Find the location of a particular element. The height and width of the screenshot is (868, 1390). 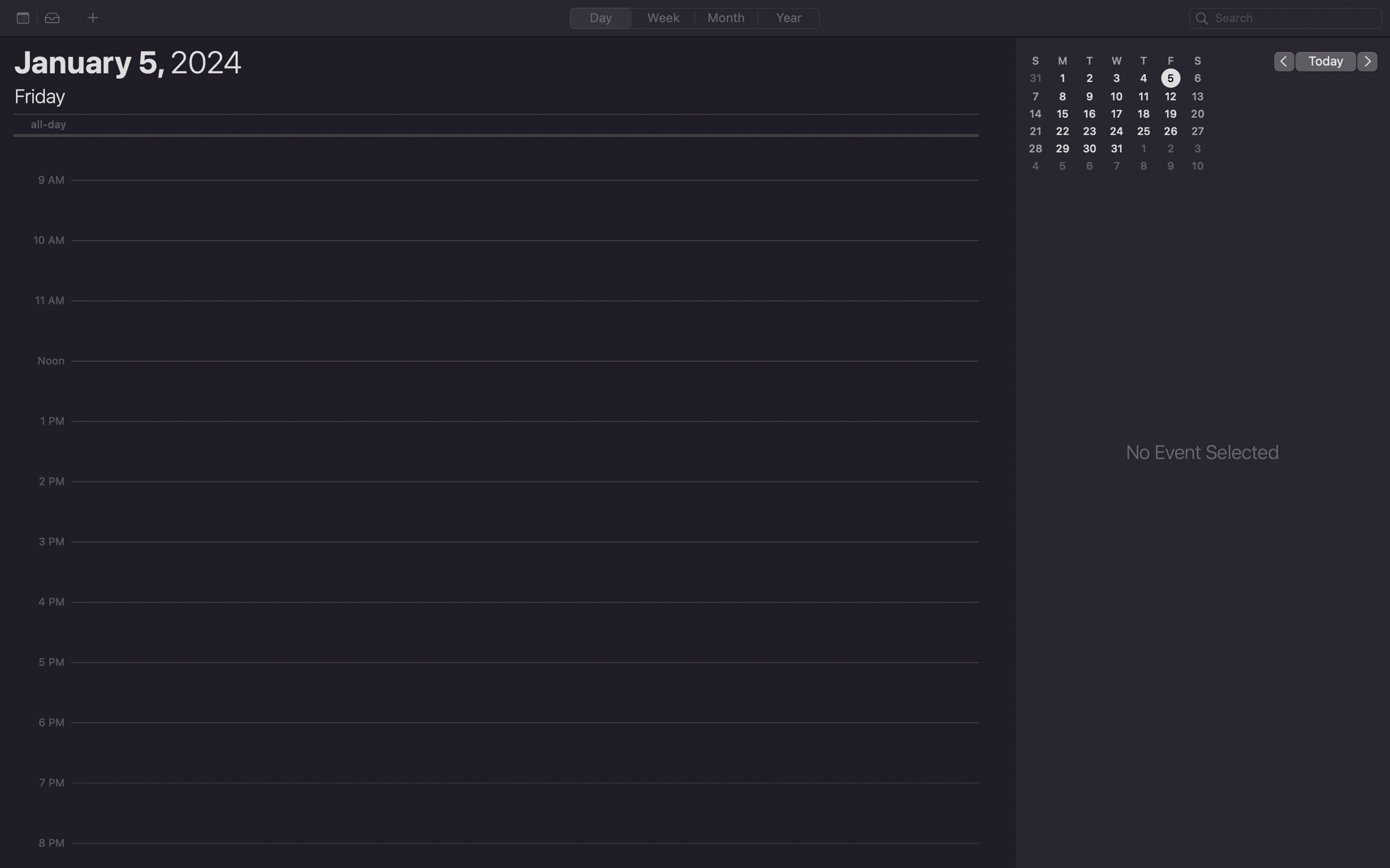

the options menu is located at coordinates (22, 17).